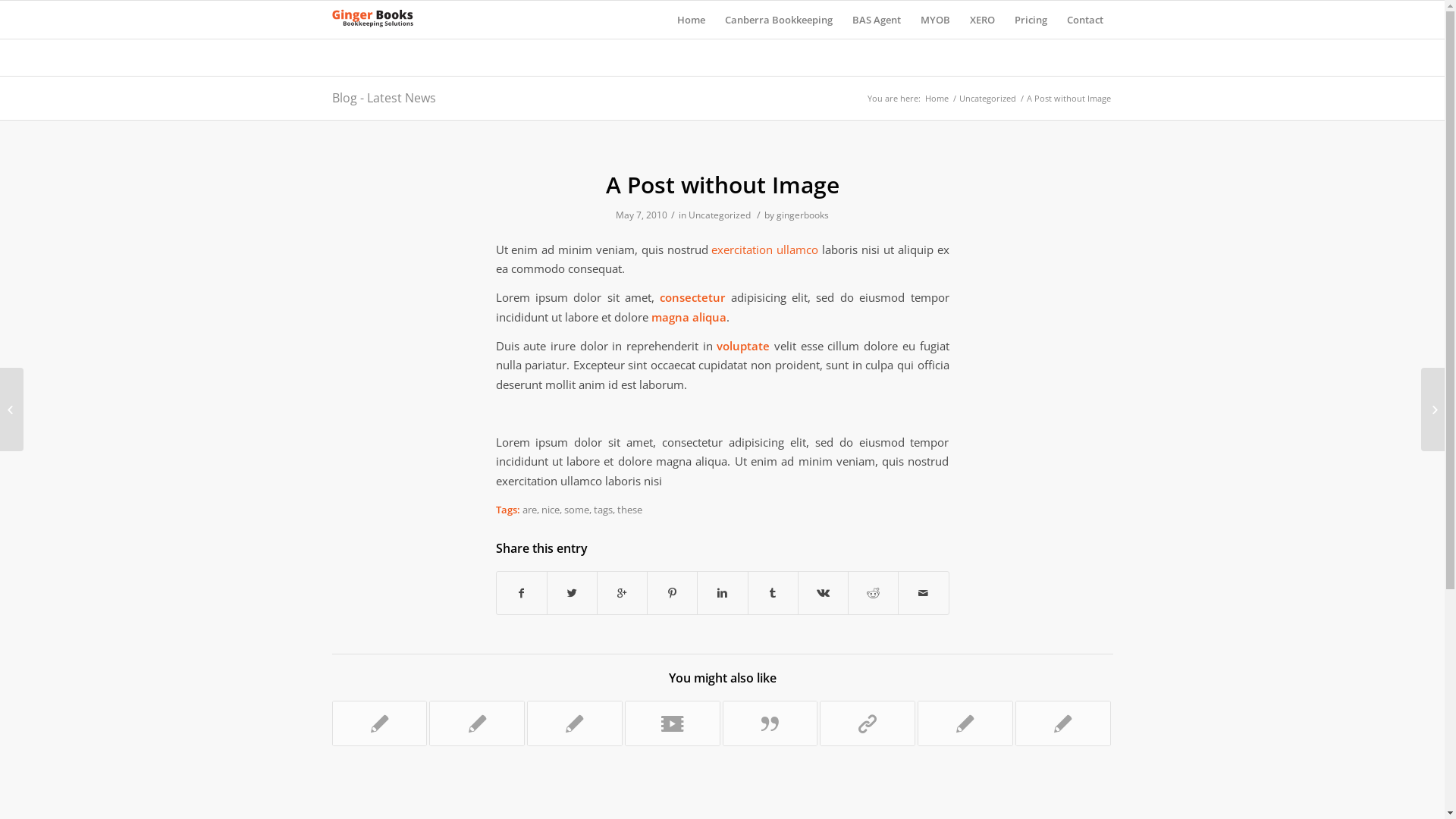 This screenshot has height=819, width=1456. What do you see at coordinates (959, 20) in the screenshot?
I see `'XERO'` at bounding box center [959, 20].